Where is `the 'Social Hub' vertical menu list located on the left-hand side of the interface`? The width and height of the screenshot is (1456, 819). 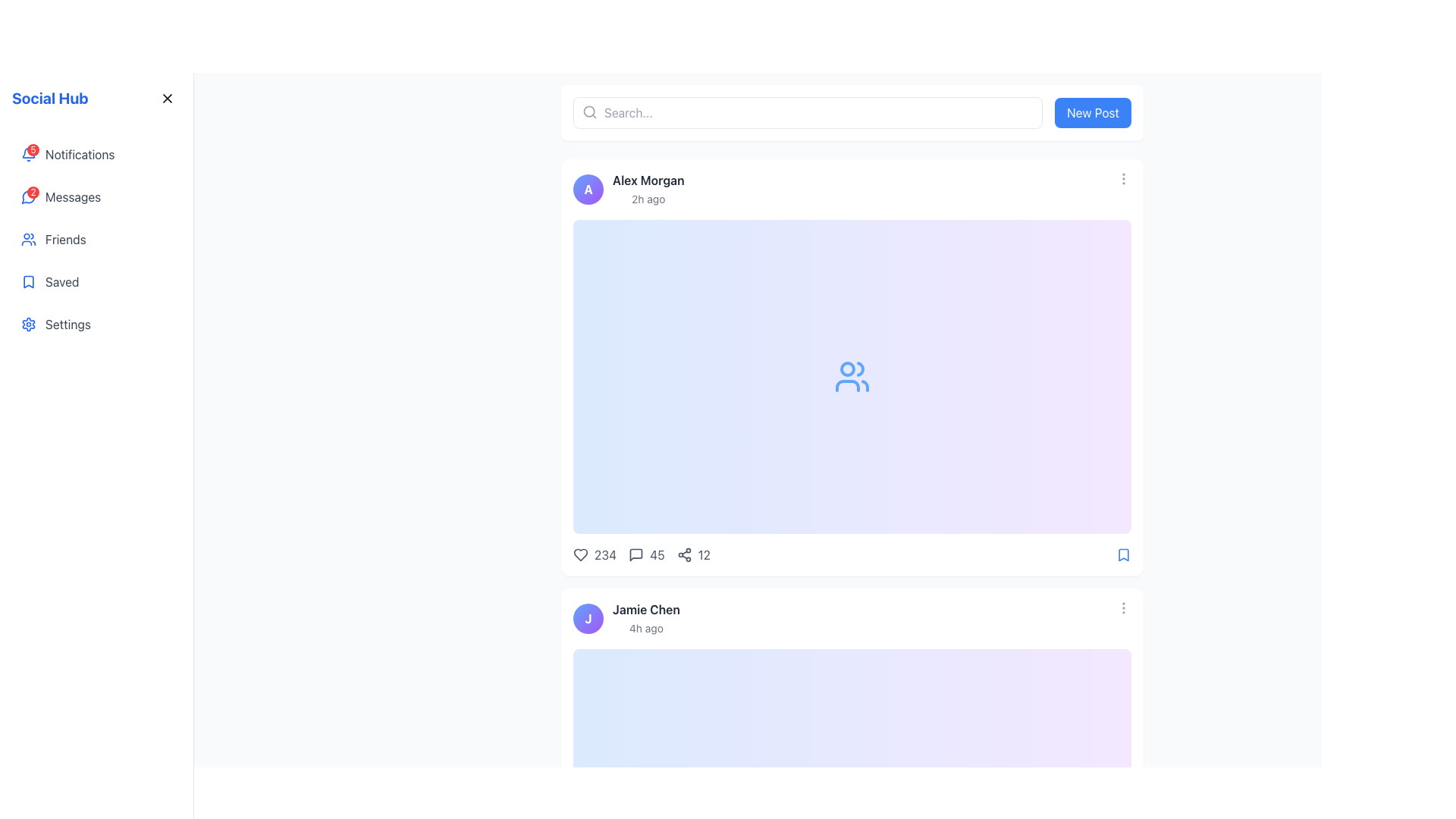
the 'Social Hub' vertical menu list located on the left-hand side of the interface is located at coordinates (96, 239).